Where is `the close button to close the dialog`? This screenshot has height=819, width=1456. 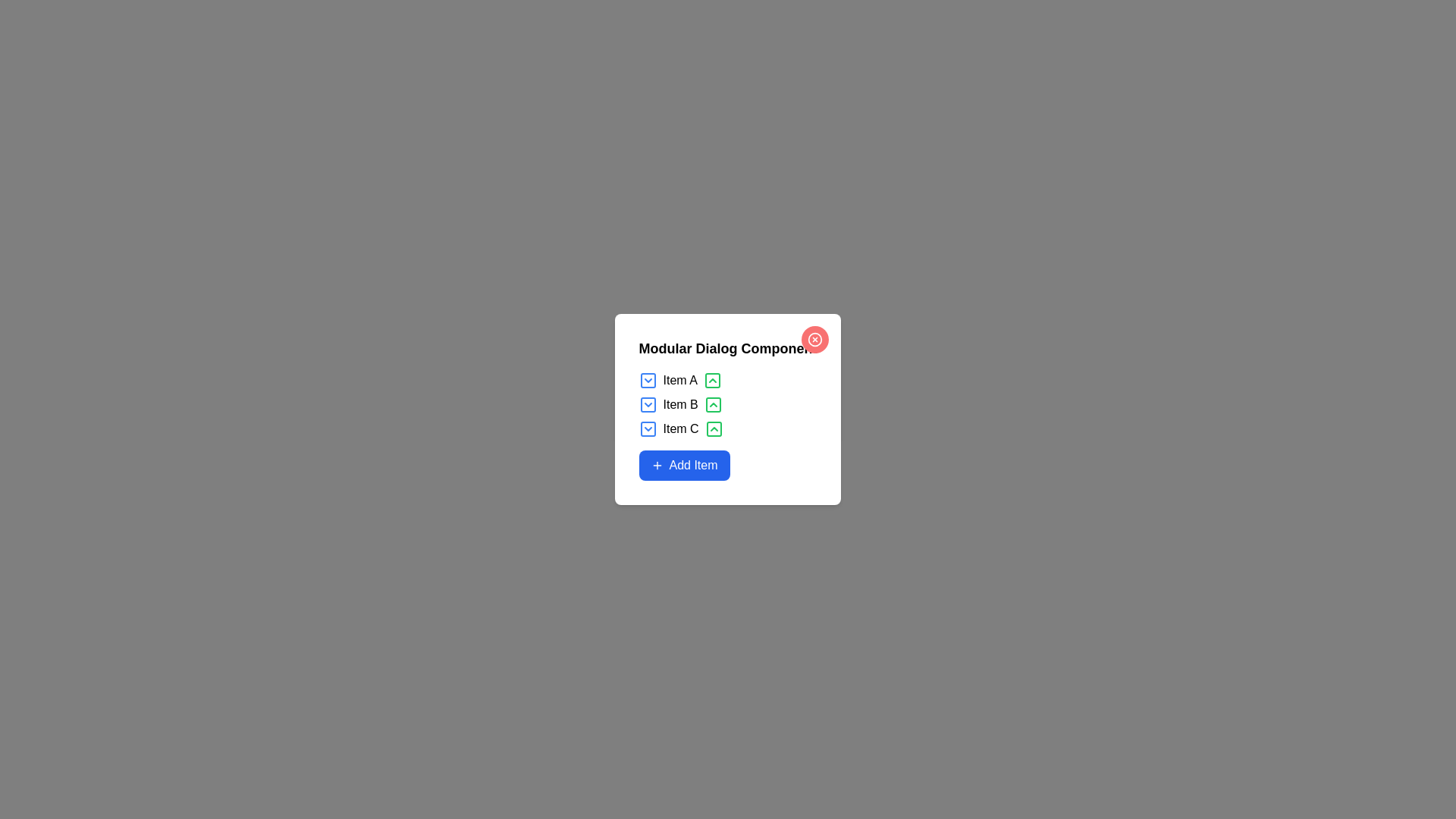
the close button to close the dialog is located at coordinates (814, 338).